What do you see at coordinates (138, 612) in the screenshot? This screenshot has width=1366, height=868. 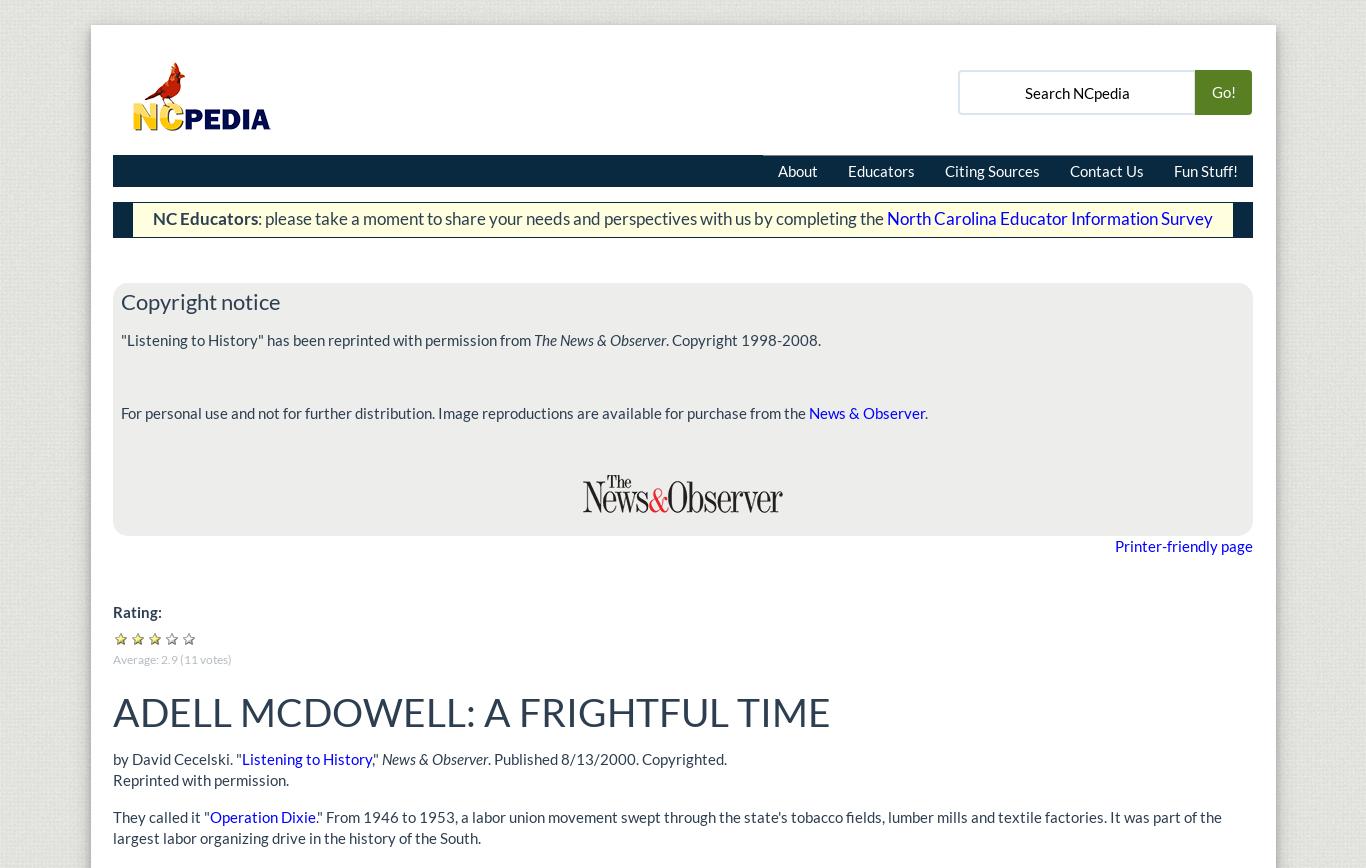 I see `'Rating:'` at bounding box center [138, 612].